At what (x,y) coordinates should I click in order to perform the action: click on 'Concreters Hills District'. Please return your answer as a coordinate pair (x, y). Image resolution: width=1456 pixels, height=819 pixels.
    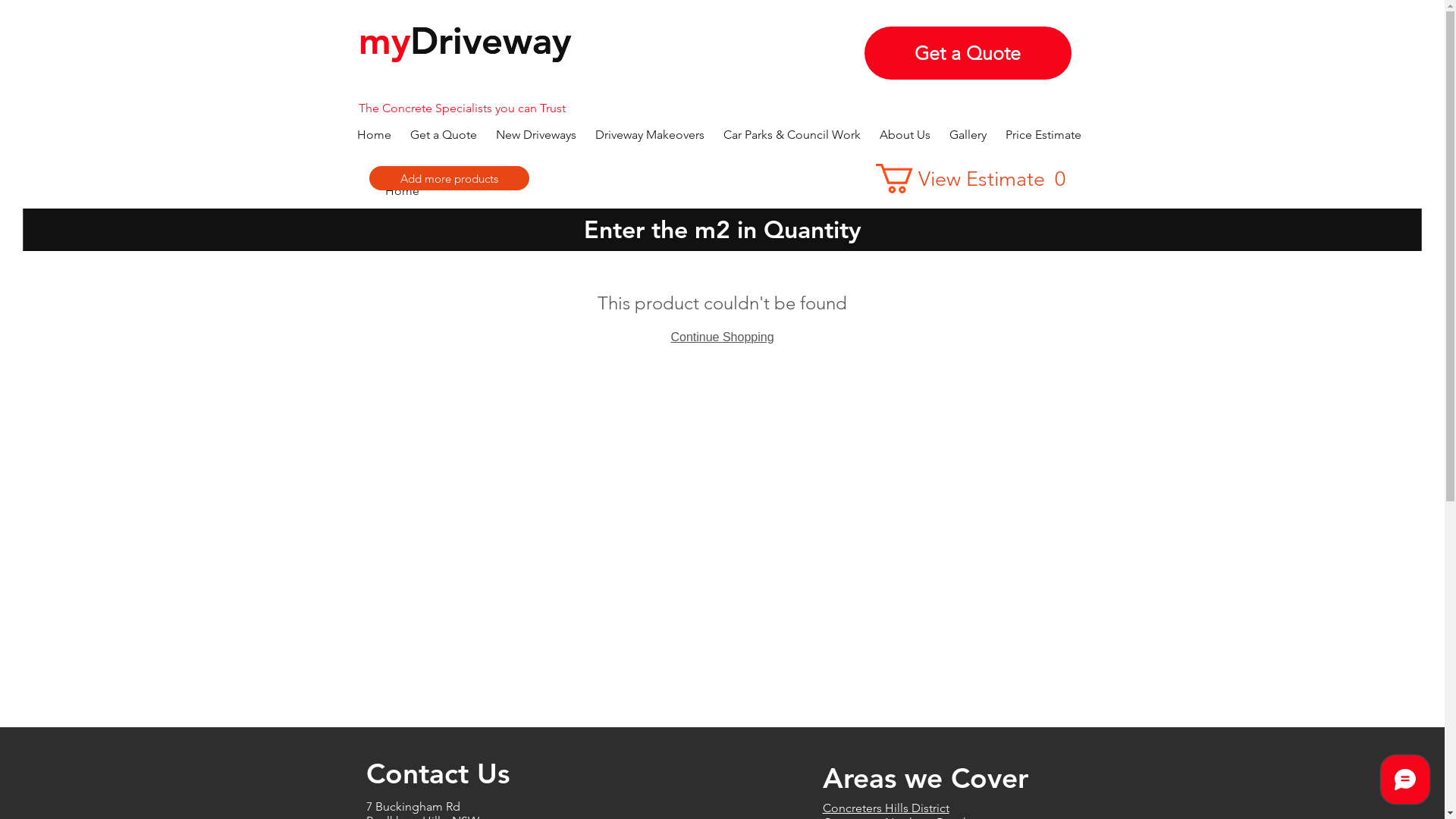
    Looking at the image, I should click on (885, 807).